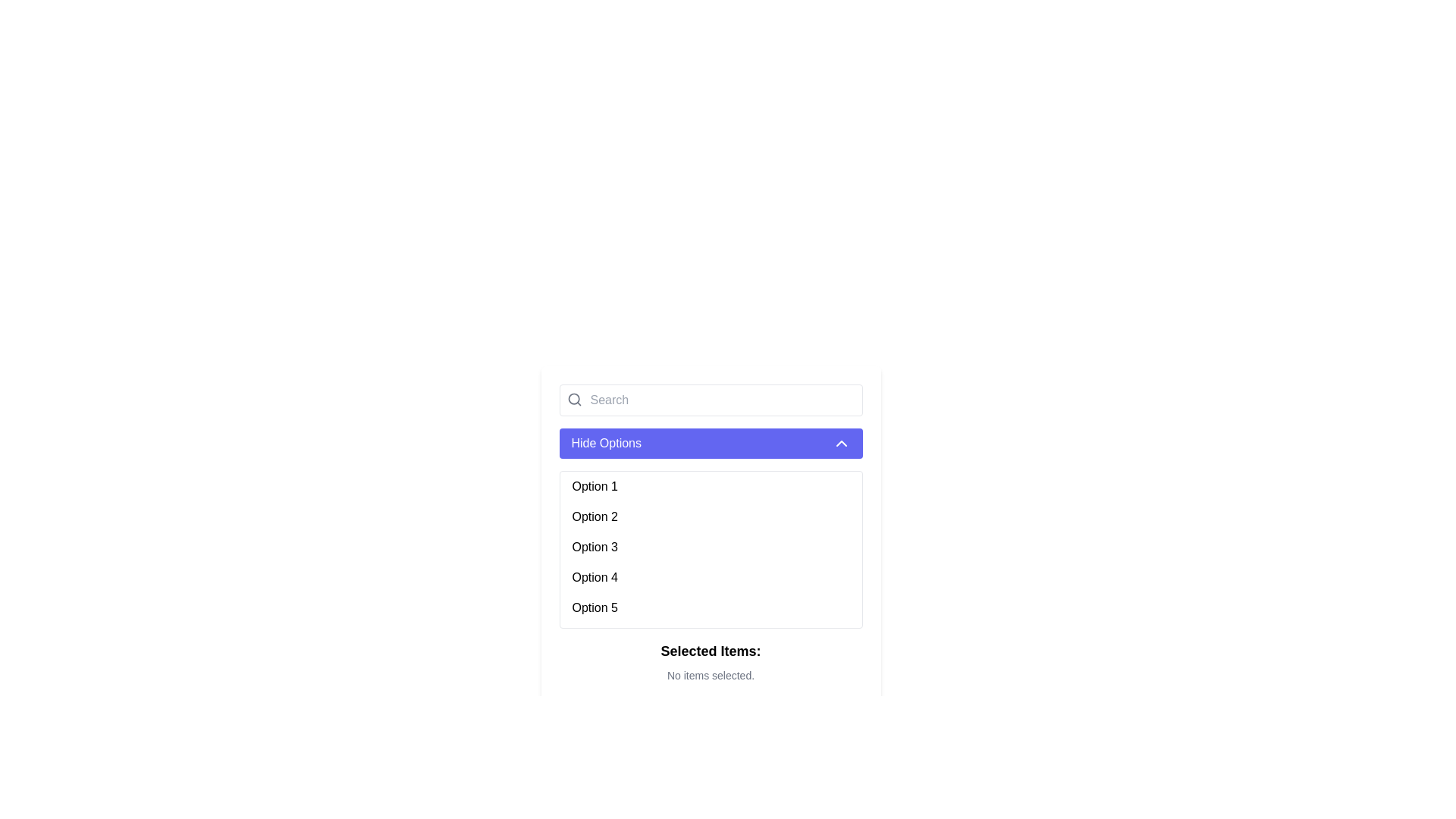  Describe the element at coordinates (573, 399) in the screenshot. I see `the magnifying glass icon located near the top-left region of the search input box to potentially reveal additional information` at that location.